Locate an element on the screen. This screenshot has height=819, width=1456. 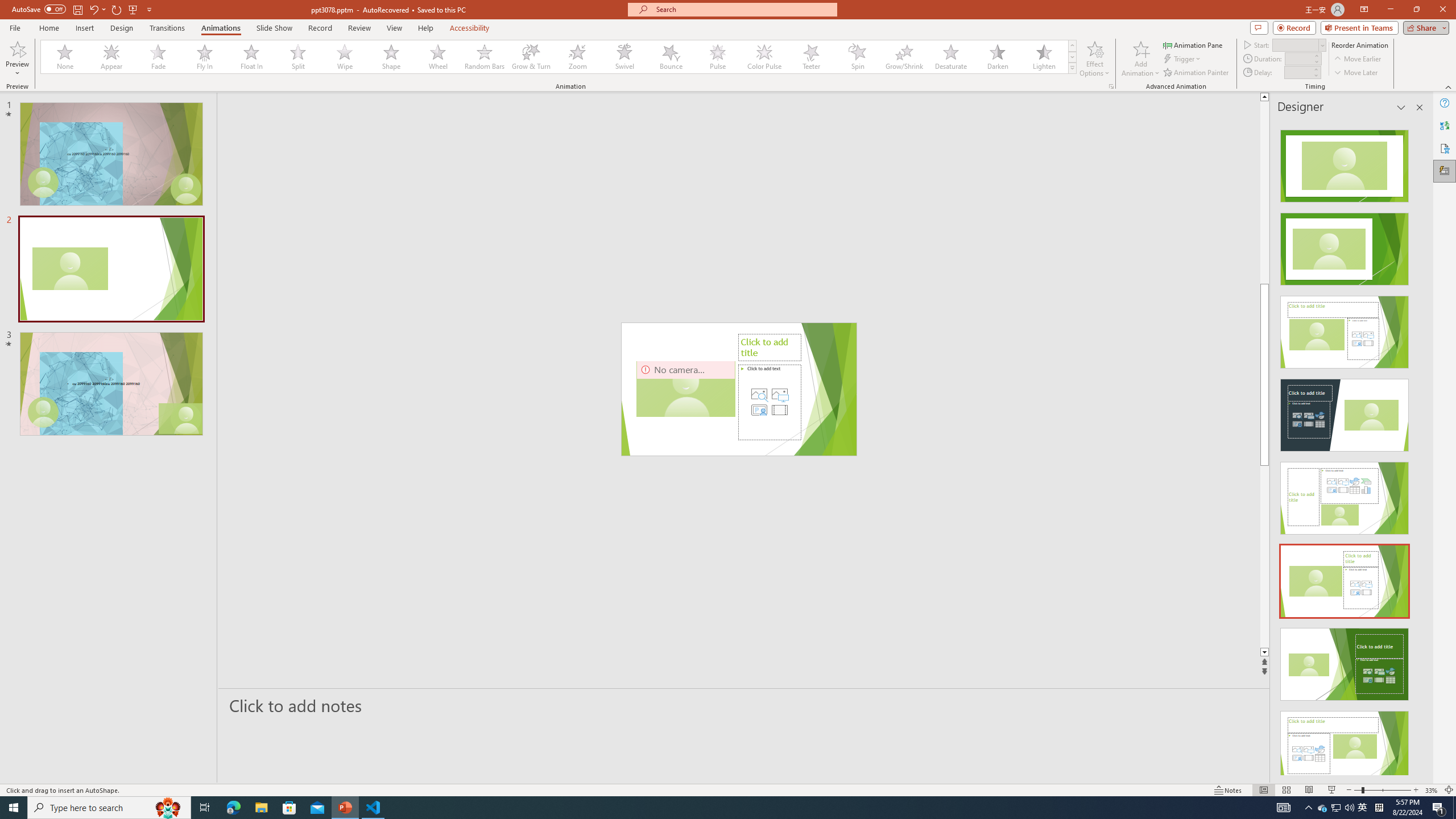
'Zoom 33%' is located at coordinates (1431, 790).